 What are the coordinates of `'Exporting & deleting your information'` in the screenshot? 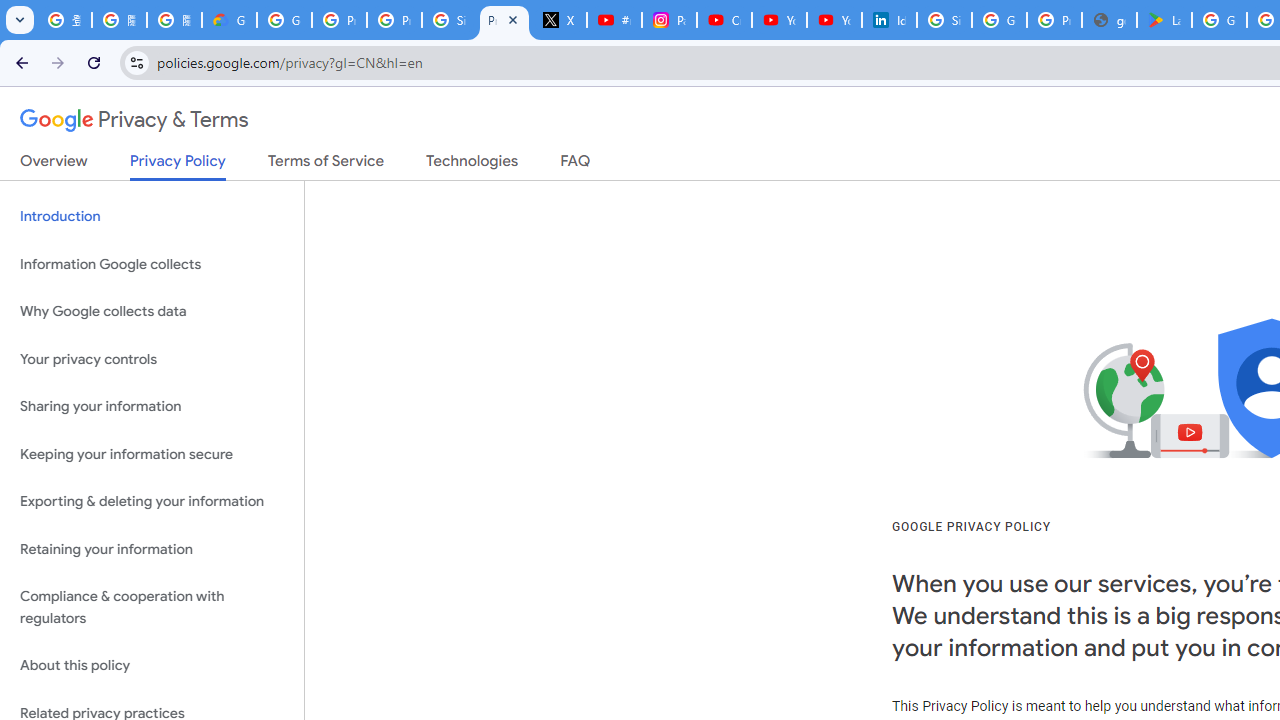 It's located at (151, 501).